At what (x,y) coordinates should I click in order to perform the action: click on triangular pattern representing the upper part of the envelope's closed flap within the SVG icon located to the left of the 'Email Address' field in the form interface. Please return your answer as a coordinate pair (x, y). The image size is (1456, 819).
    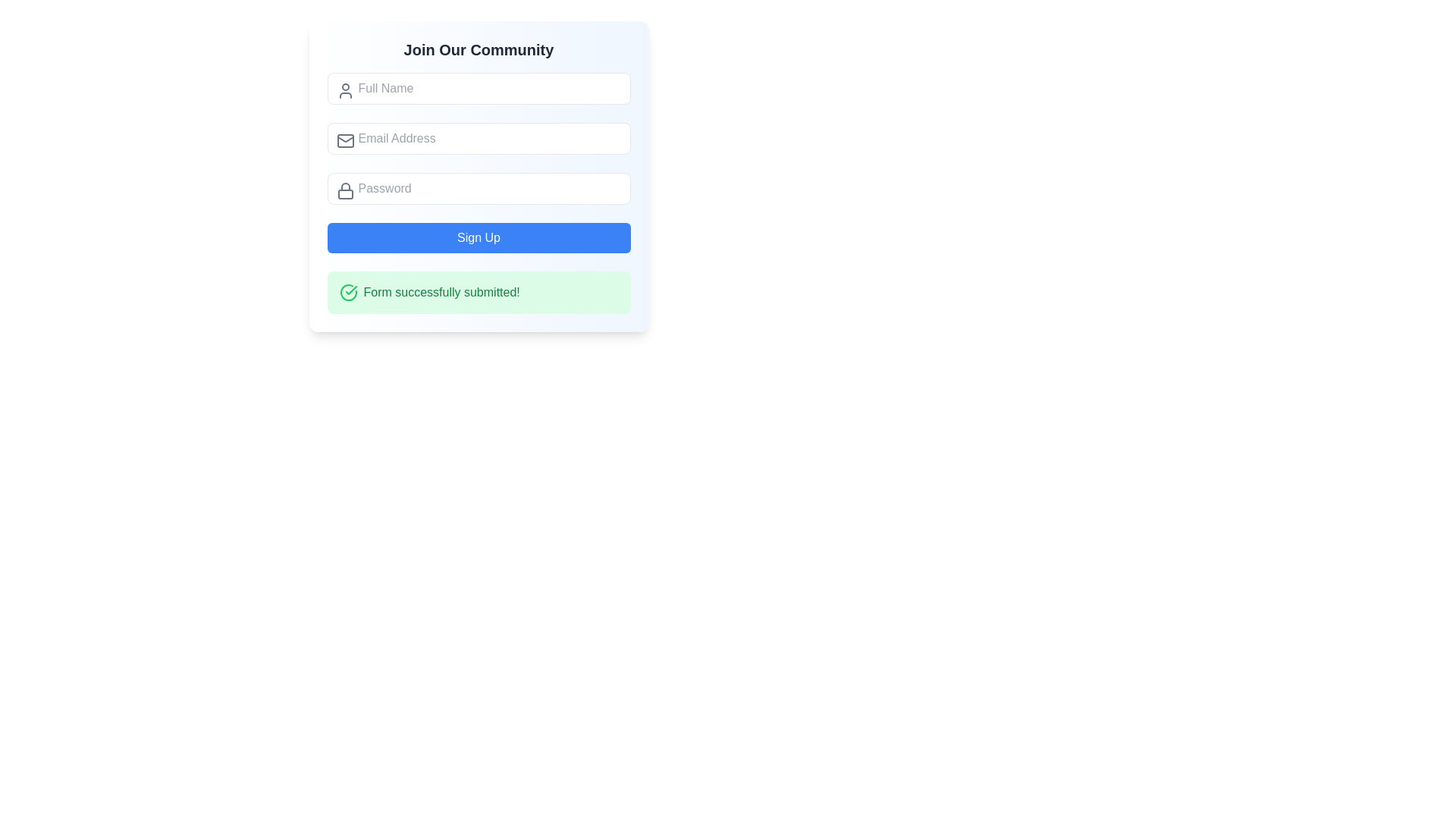
    Looking at the image, I should click on (344, 140).